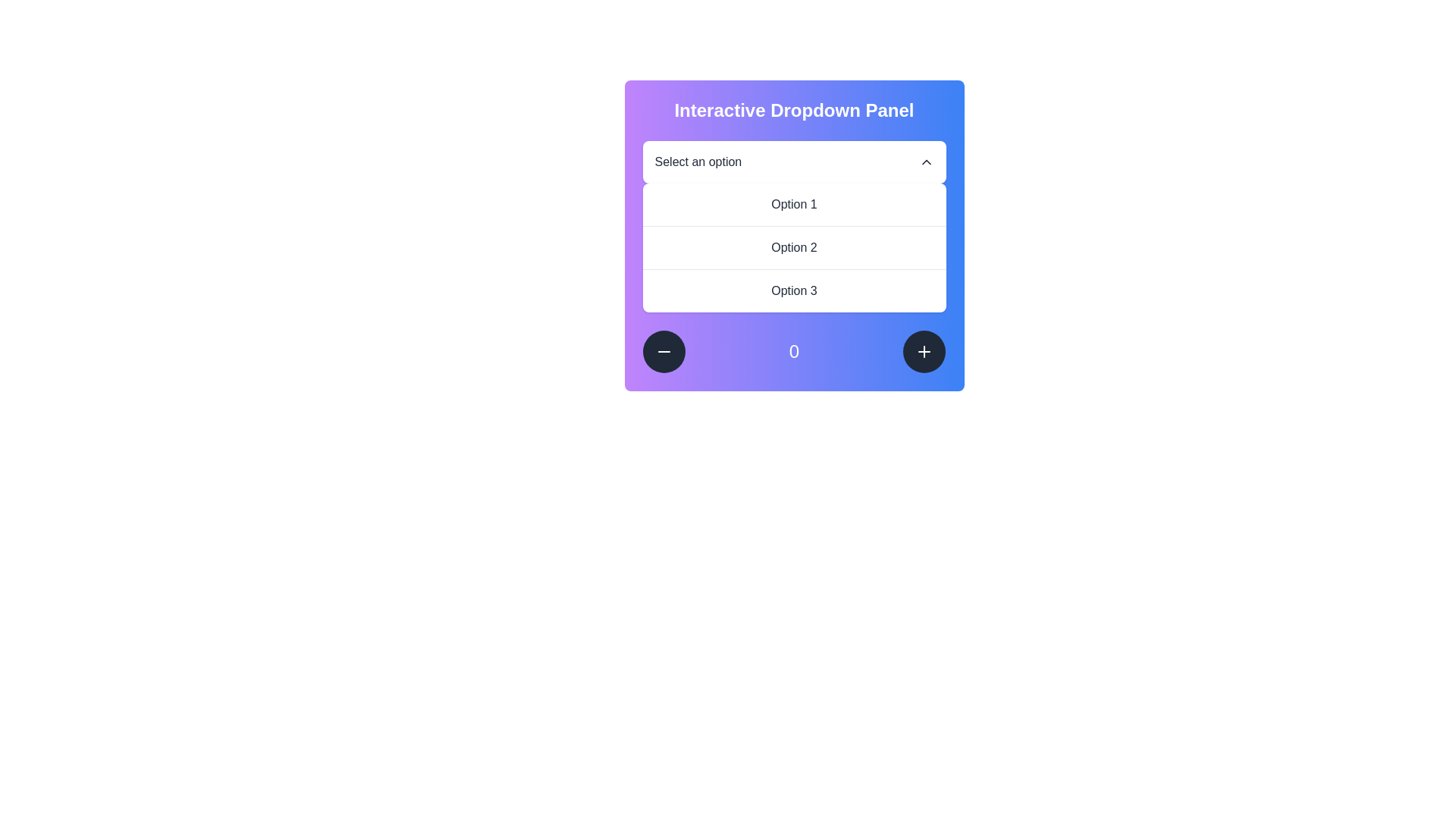 Image resolution: width=1456 pixels, height=819 pixels. What do you see at coordinates (664, 351) in the screenshot?
I see `the decrement button located in the bottom-left corner of the interface, next to the number indicator '0'` at bounding box center [664, 351].